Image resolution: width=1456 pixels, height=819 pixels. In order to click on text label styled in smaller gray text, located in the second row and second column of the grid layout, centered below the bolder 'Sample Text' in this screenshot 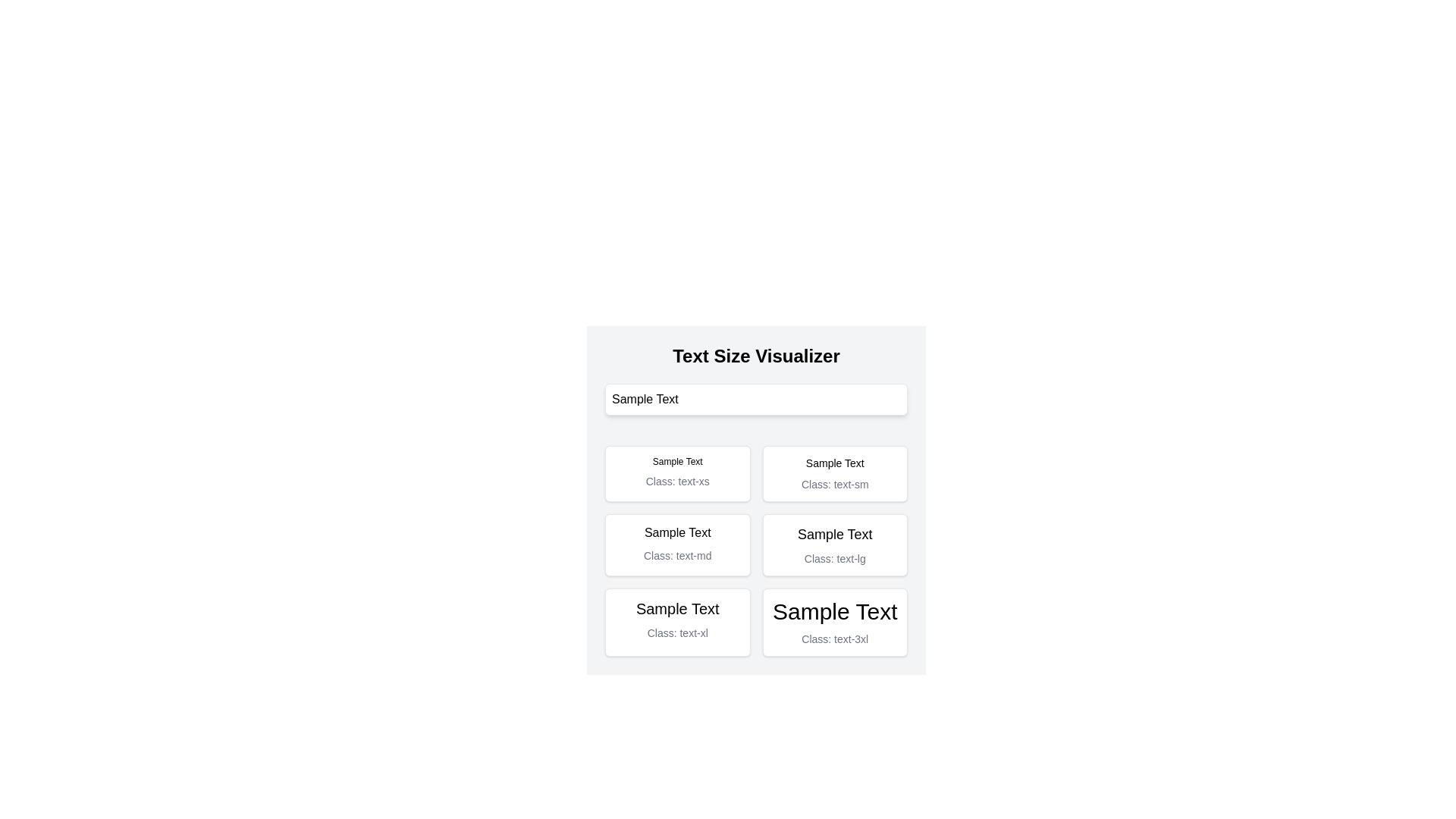, I will do `click(834, 485)`.